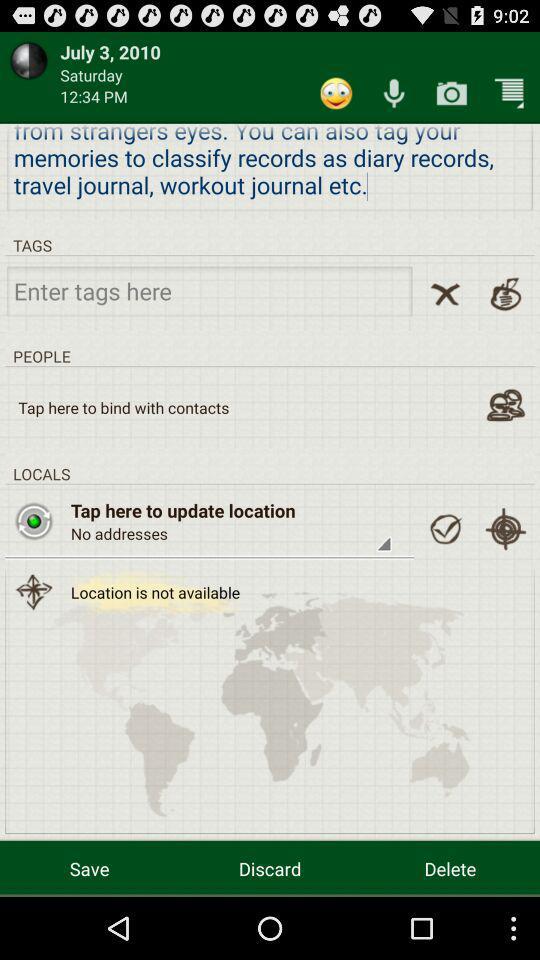  What do you see at coordinates (336, 93) in the screenshot?
I see `the item to the right of the saturday` at bounding box center [336, 93].